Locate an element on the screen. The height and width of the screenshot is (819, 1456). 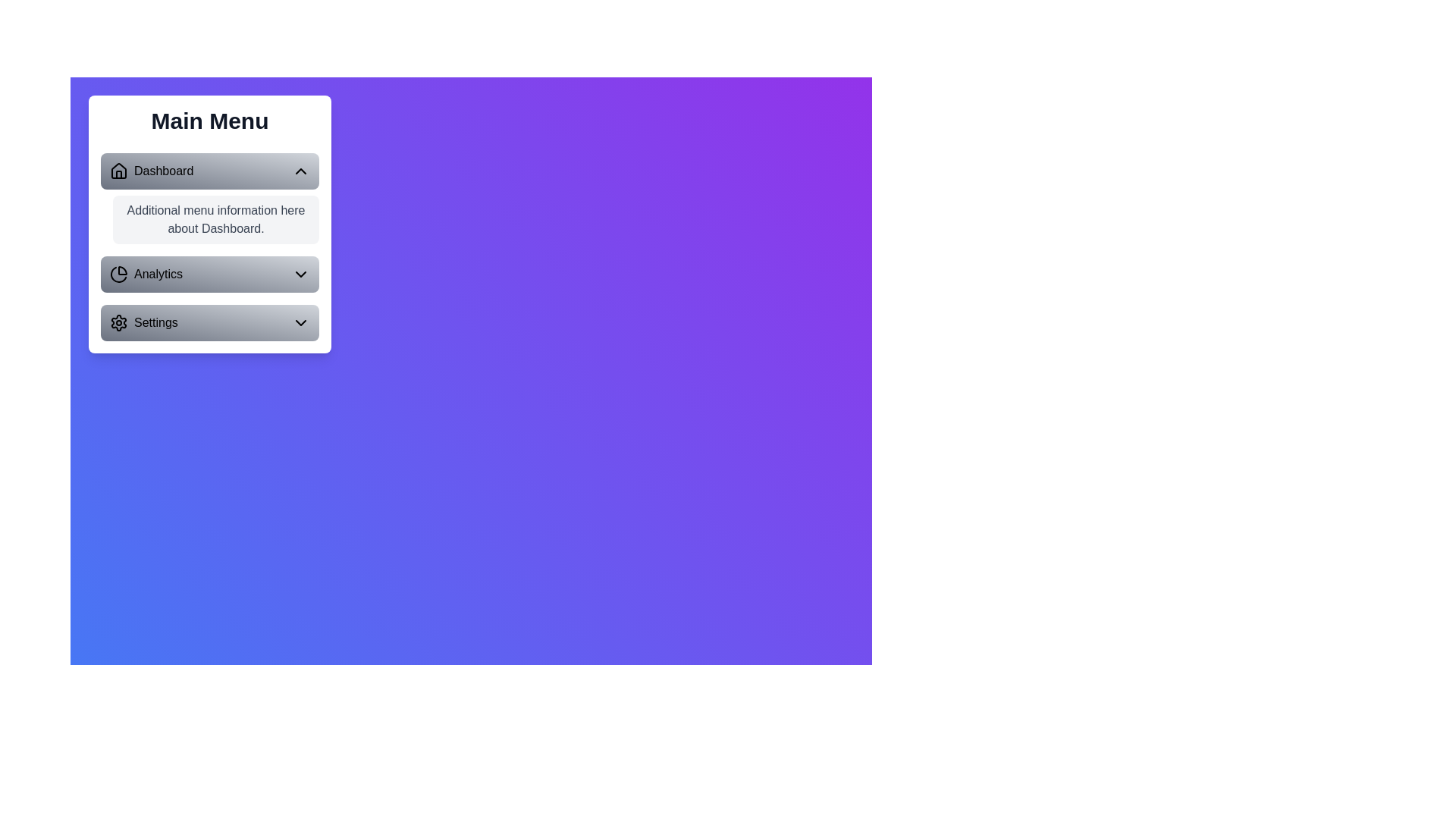
the pie chart icon is located at coordinates (118, 275).